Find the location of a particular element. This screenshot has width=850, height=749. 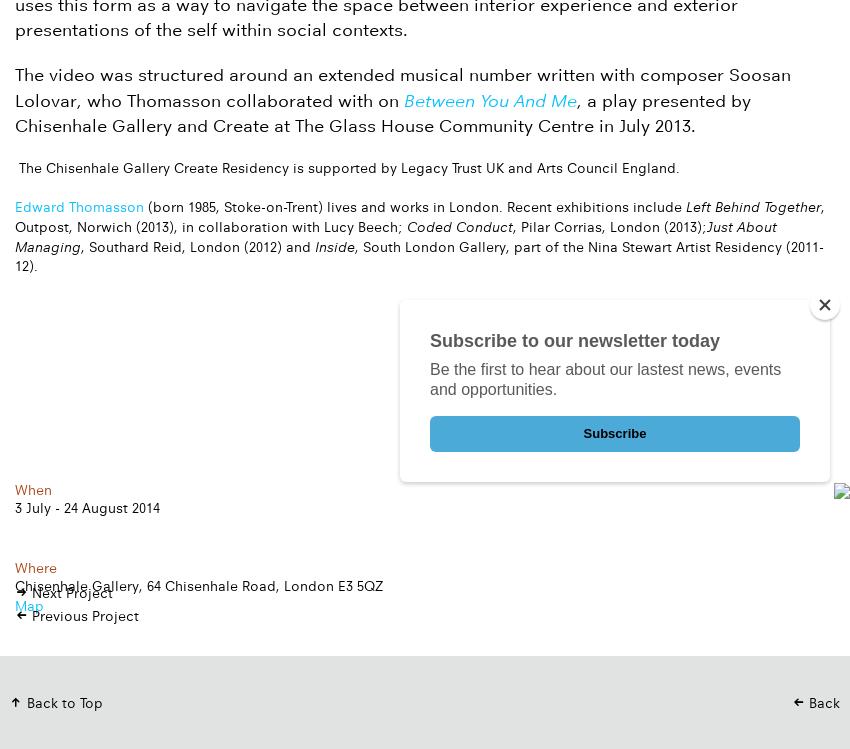

', Pilar Corrias, London (2013);' is located at coordinates (608, 227).